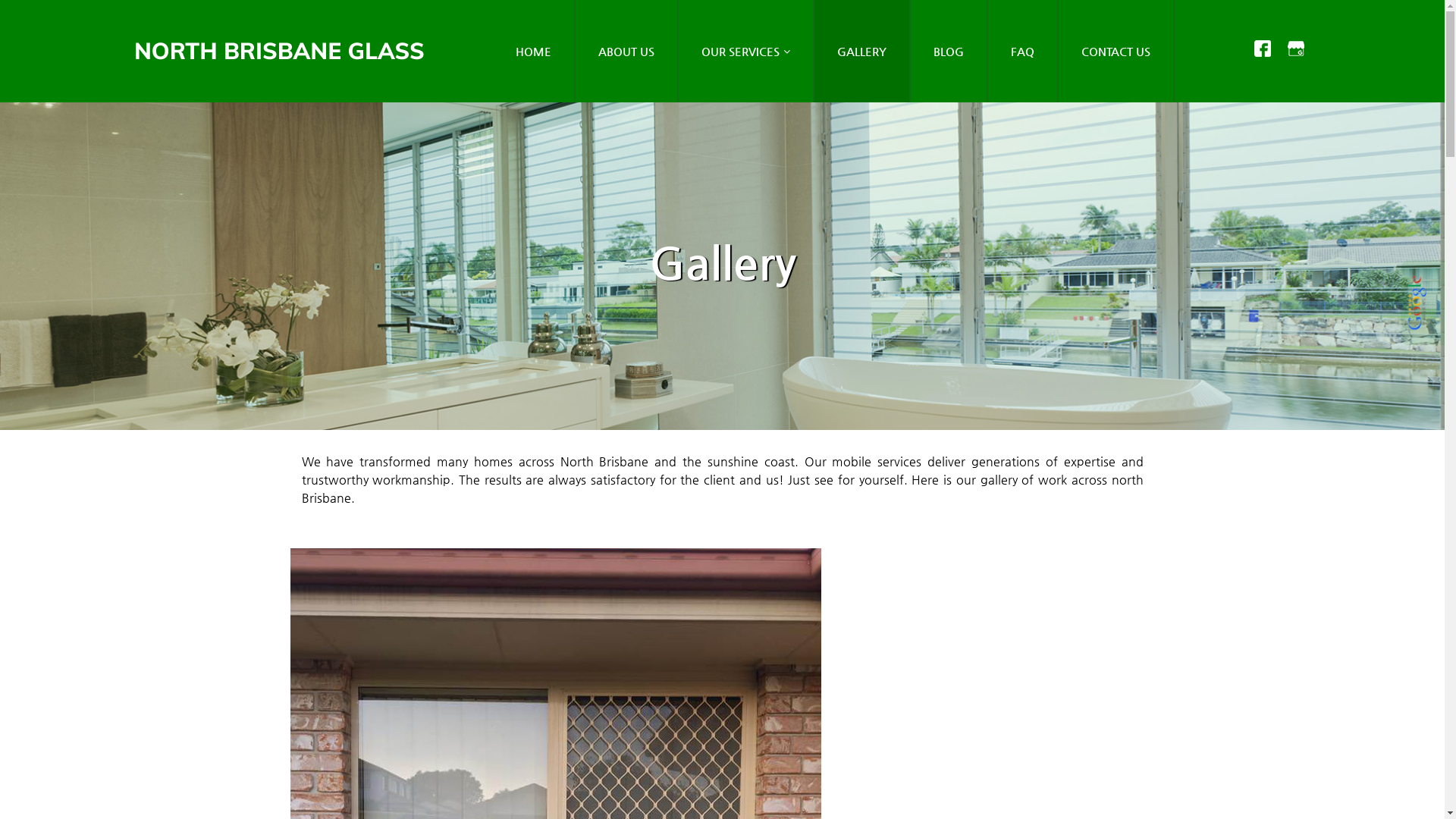 The width and height of the screenshot is (1456, 819). Describe the element at coordinates (1116, 50) in the screenshot. I see `'CONTACT US'` at that location.